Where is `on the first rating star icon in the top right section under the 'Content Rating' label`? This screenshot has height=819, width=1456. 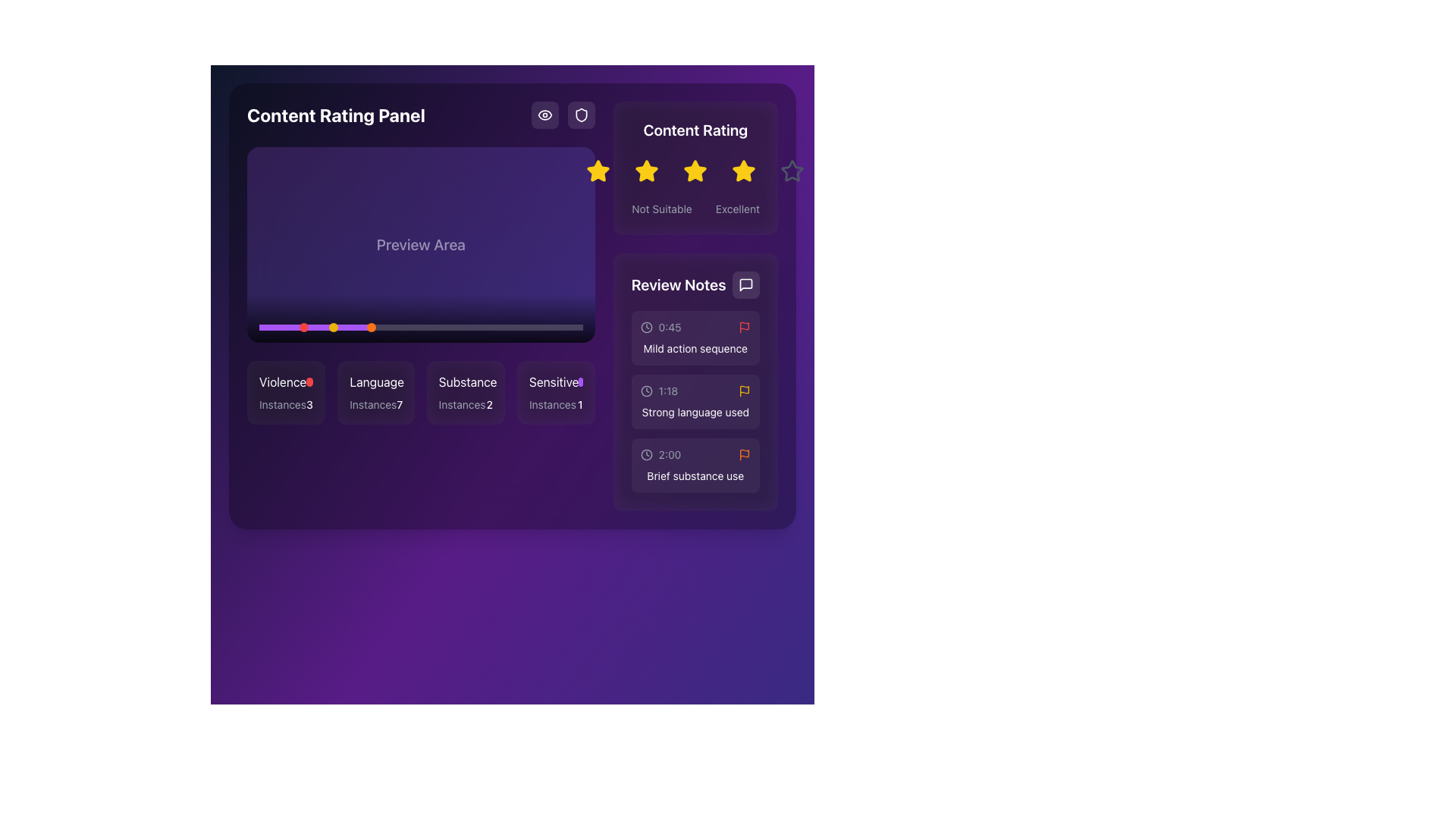 on the first rating star icon in the top right section under the 'Content Rating' label is located at coordinates (598, 171).